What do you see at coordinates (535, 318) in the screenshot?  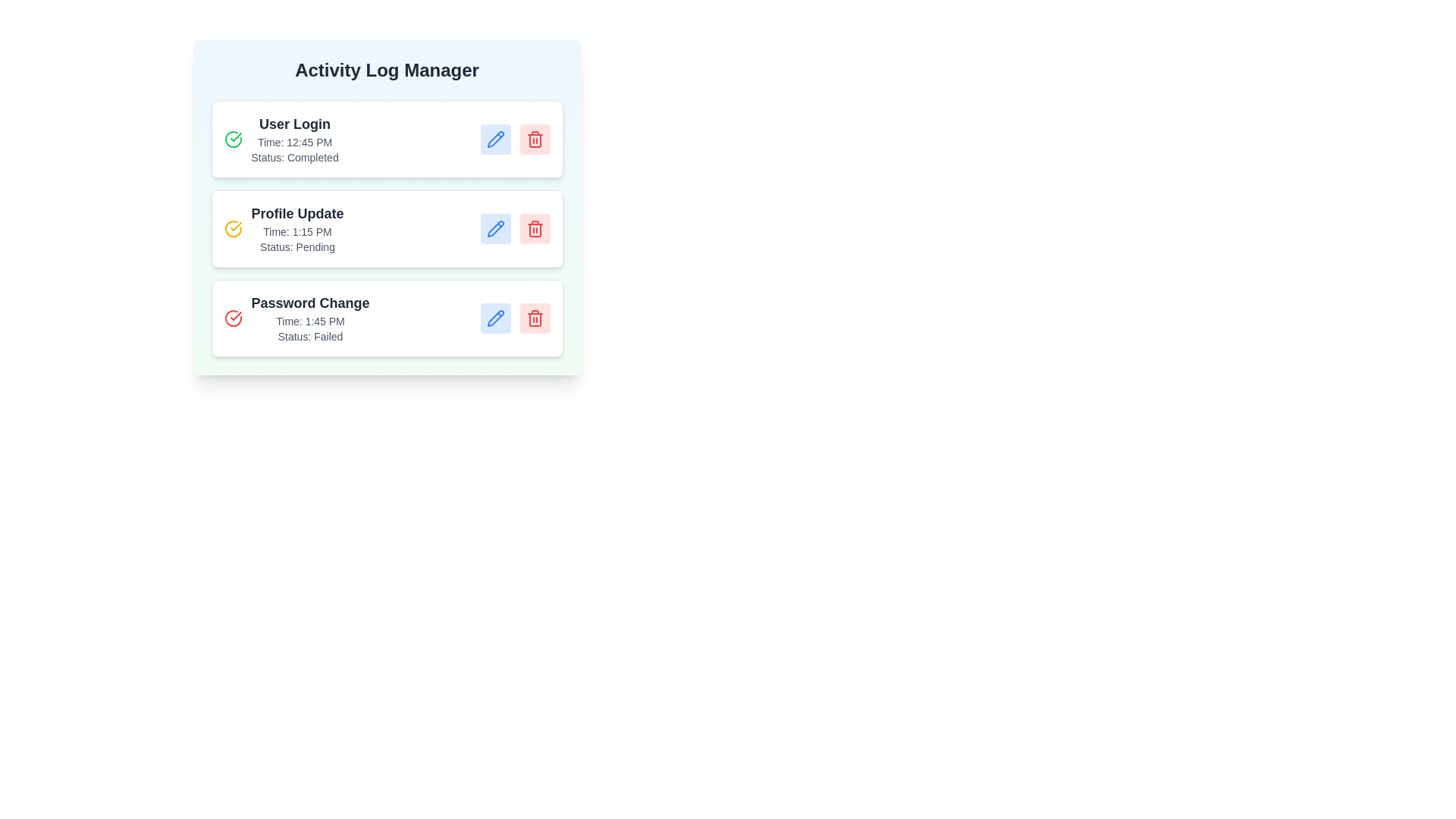 I see `delete button for the activity log with action Password Change` at bounding box center [535, 318].